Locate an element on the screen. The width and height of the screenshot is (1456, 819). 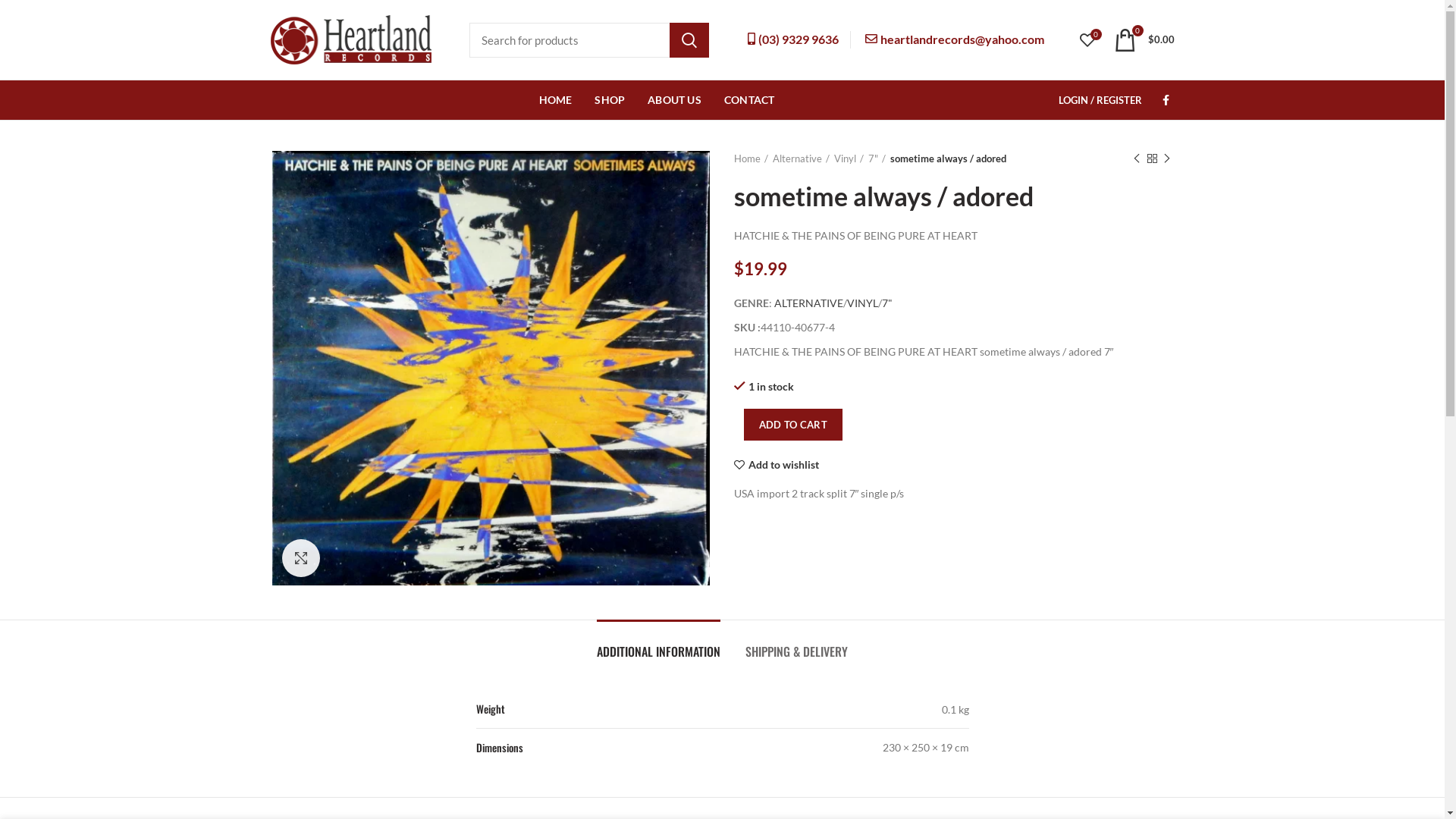
'0 is located at coordinates (1143, 38).